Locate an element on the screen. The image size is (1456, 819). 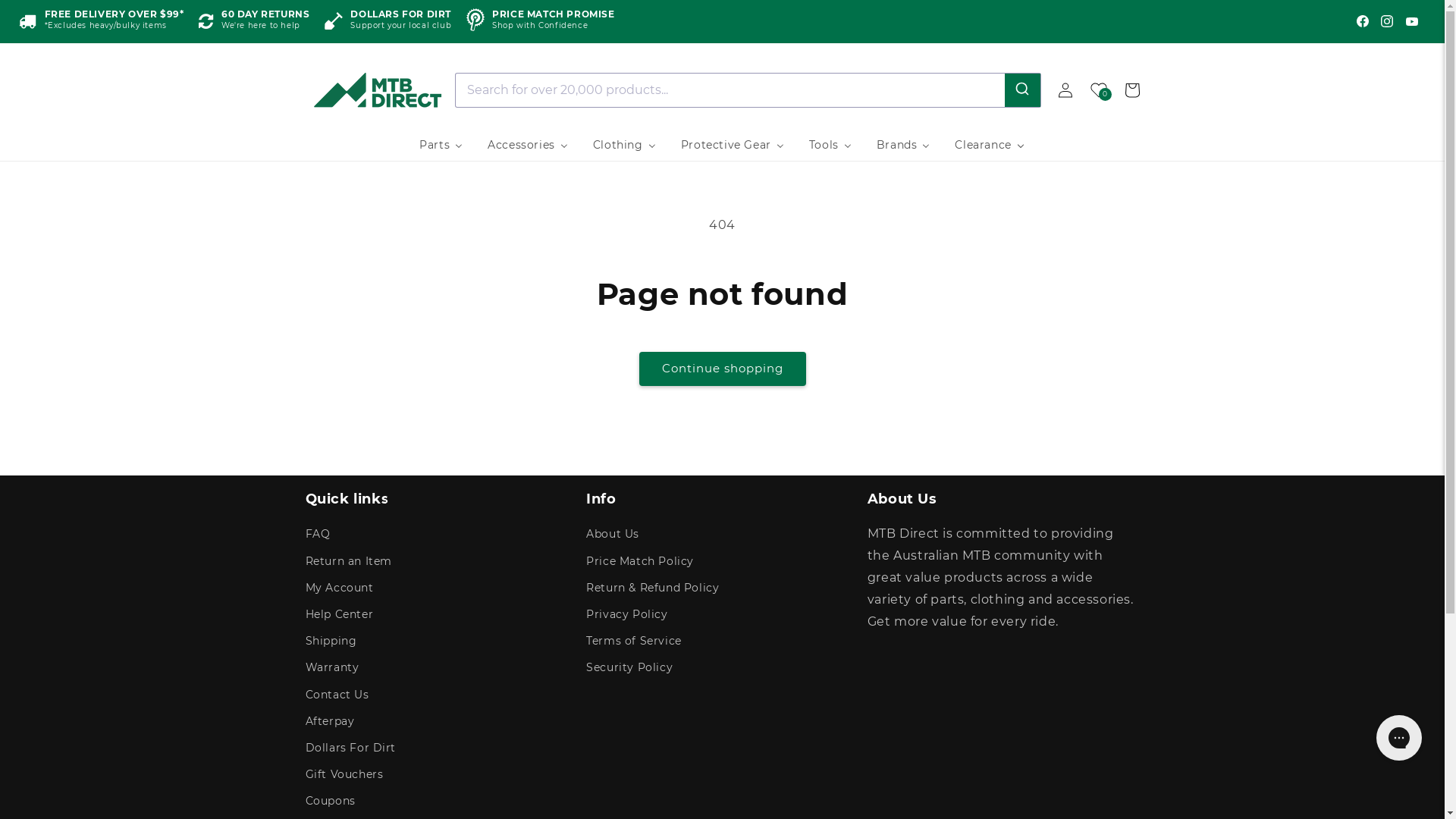
'Shipping' is located at coordinates (330, 641).